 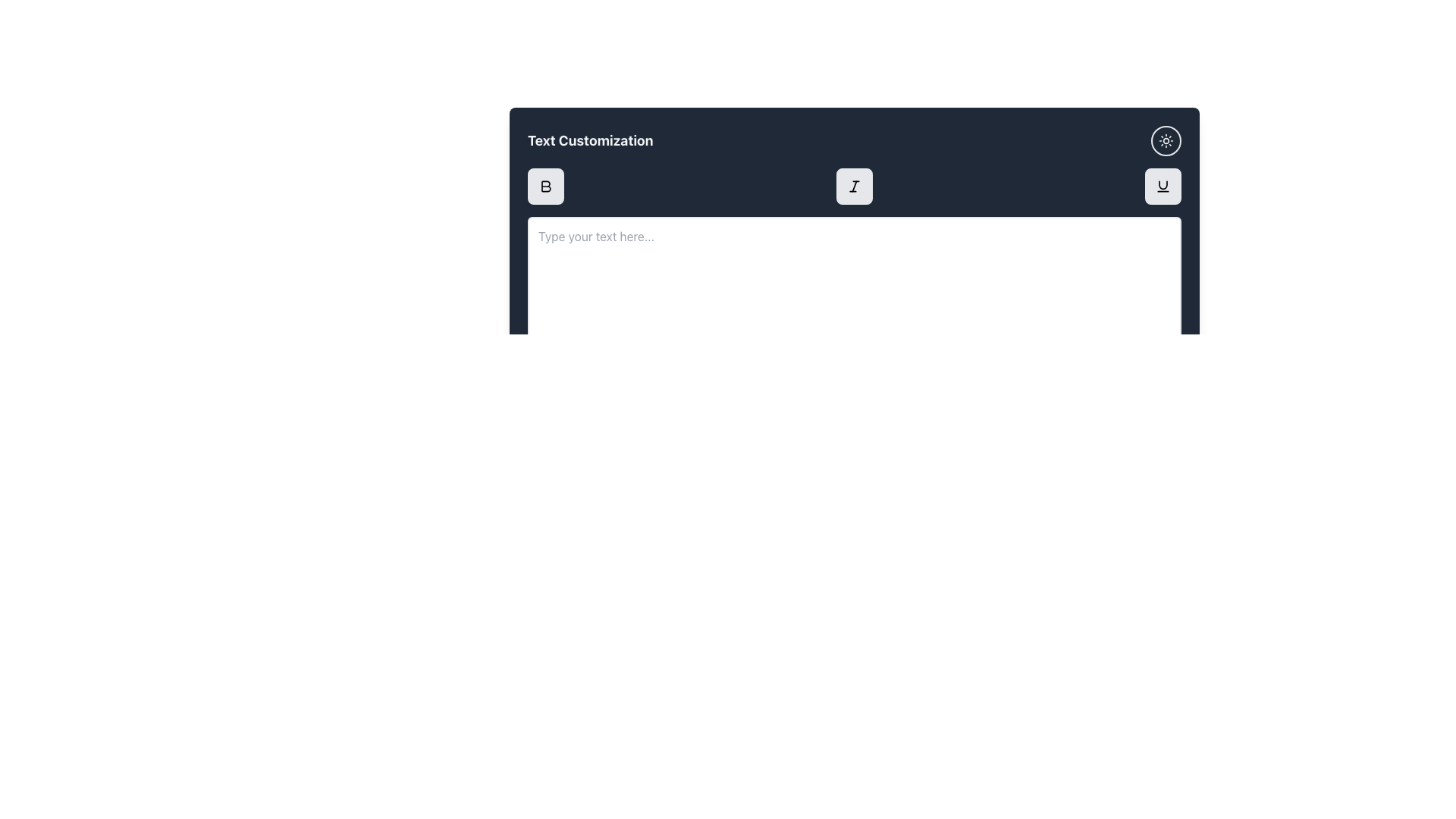 I want to click on the second button from the left in the text customization toolbar, so click(x=855, y=186).